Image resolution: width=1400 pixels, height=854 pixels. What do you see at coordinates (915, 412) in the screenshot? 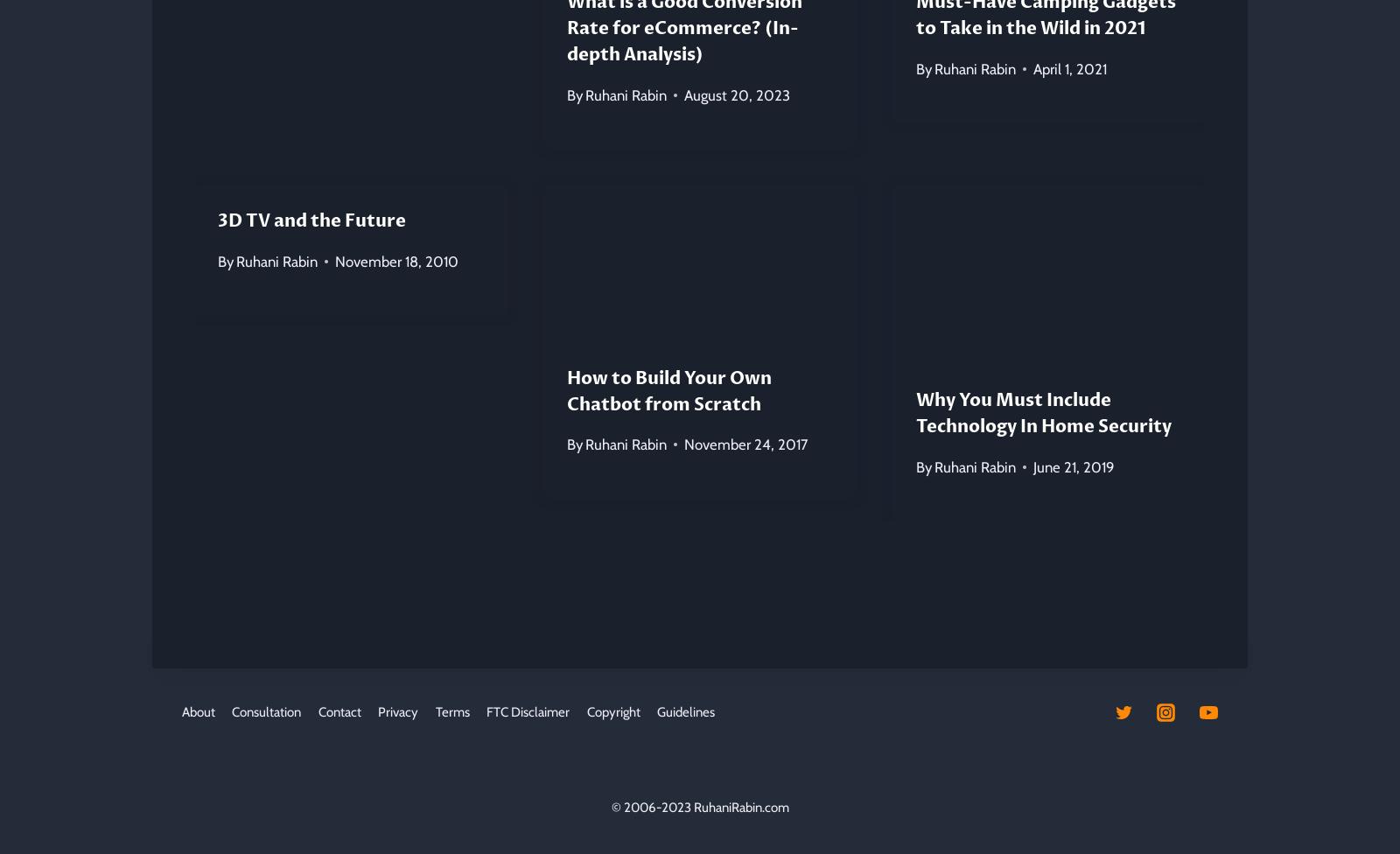
I see `'Why You Must Include Technology In Home Security'` at bounding box center [915, 412].